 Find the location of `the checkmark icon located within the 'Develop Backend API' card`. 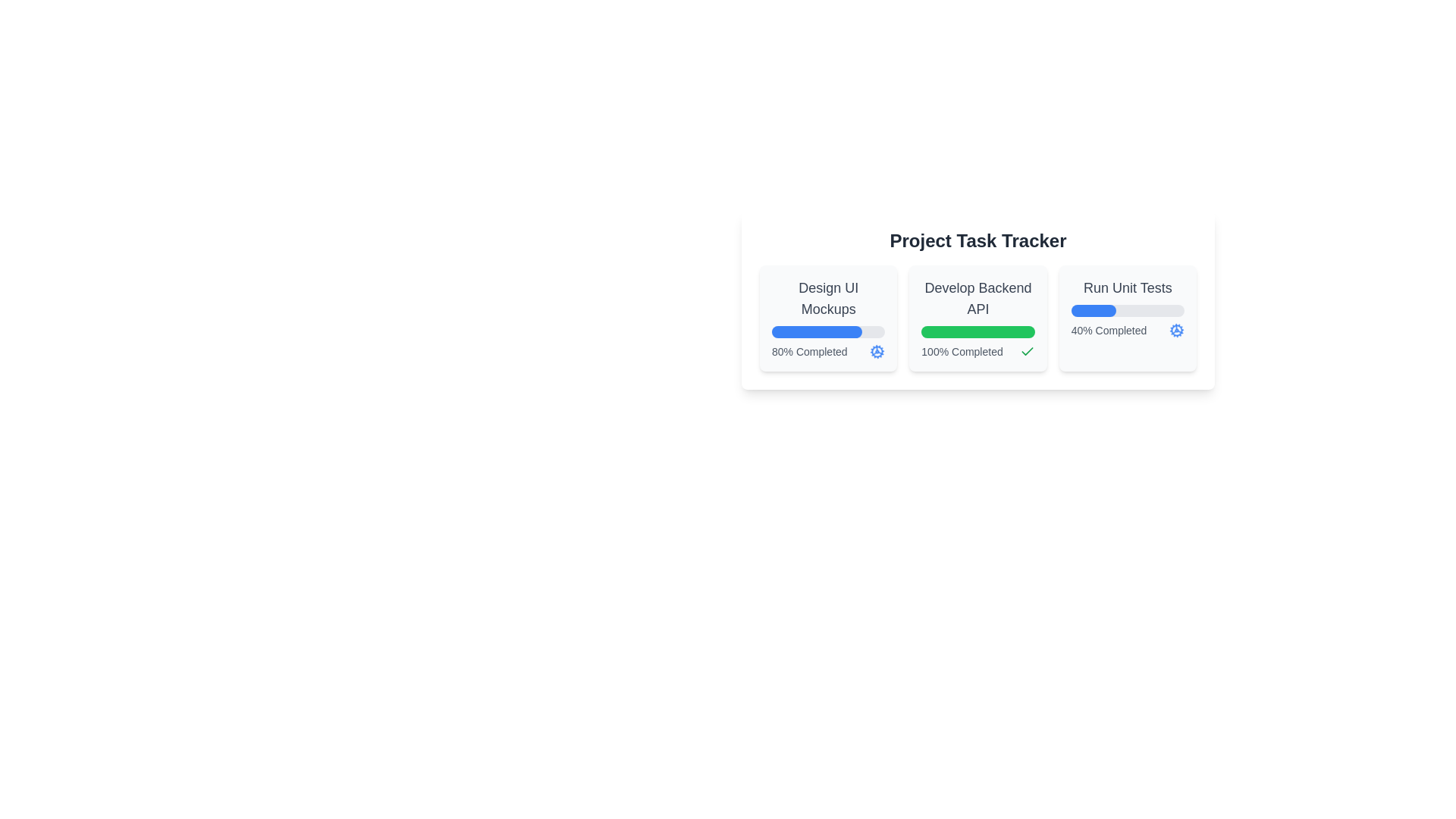

the checkmark icon located within the 'Develop Backend API' card is located at coordinates (1026, 351).